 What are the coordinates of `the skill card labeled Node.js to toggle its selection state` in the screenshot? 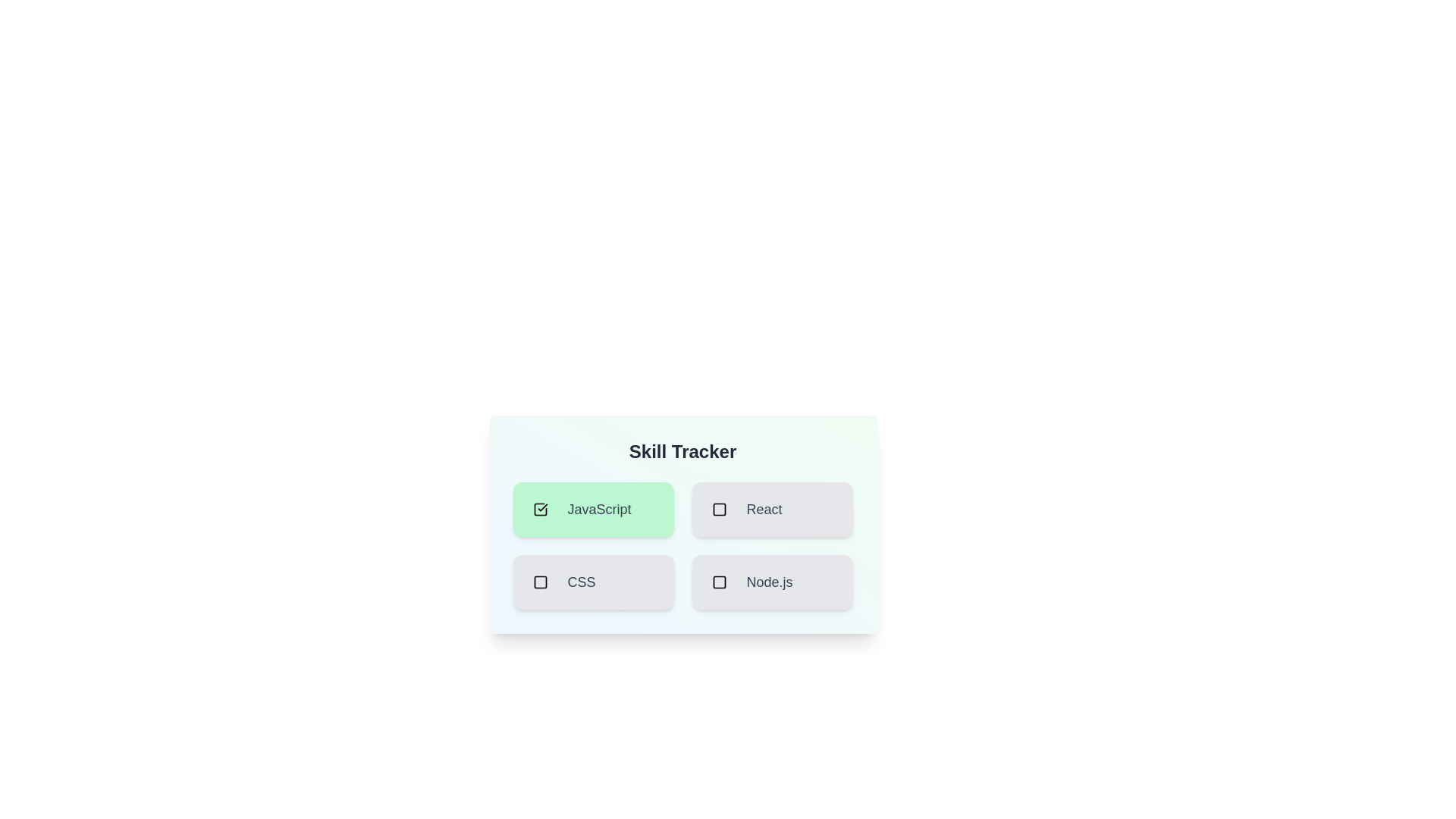 It's located at (772, 581).